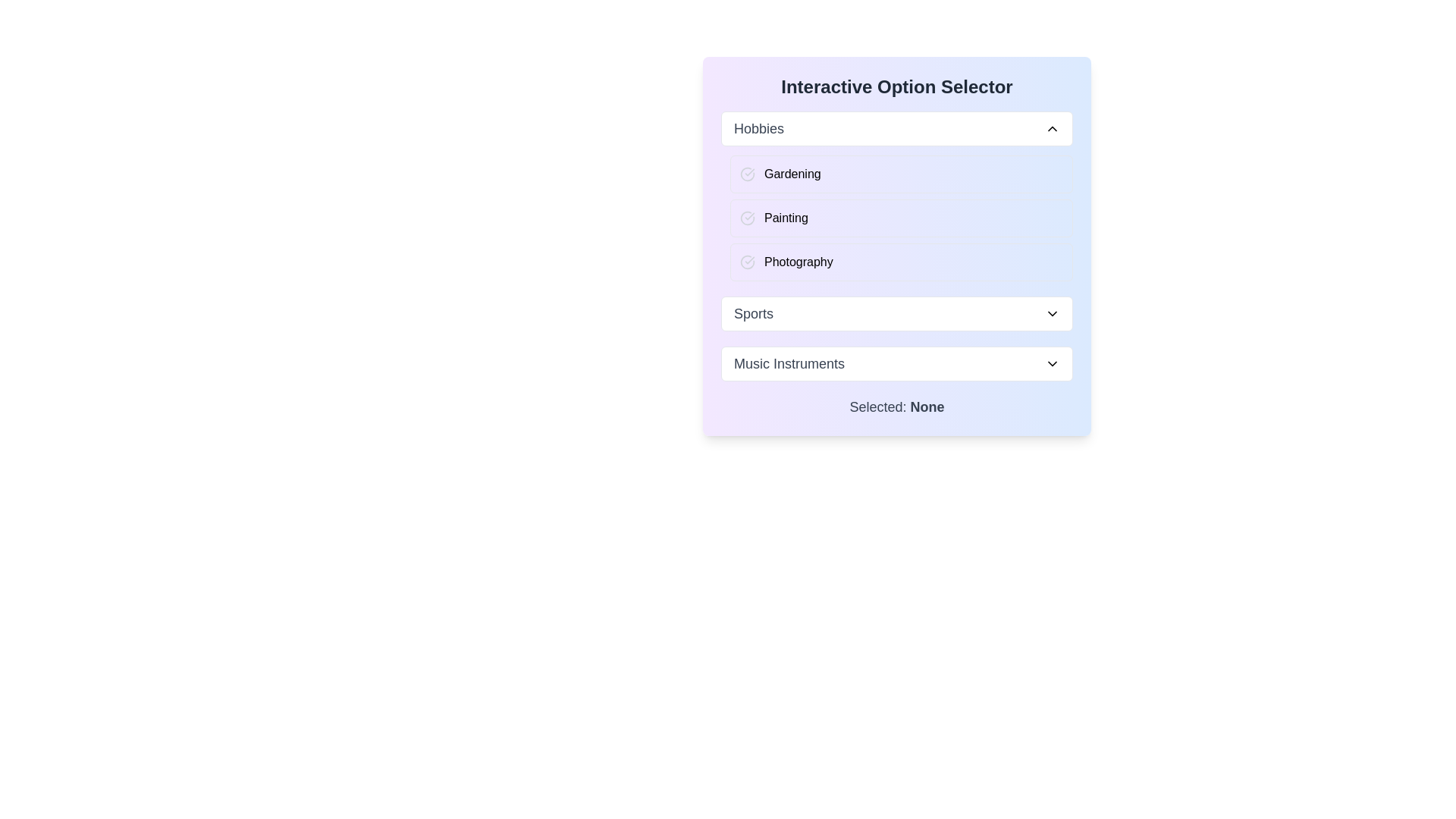 The width and height of the screenshot is (1456, 819). Describe the element at coordinates (1051, 363) in the screenshot. I see `the downward-facing chevron icon in the 'Music Instruments' dropdown selection box, which indicates expandability or further options` at that location.